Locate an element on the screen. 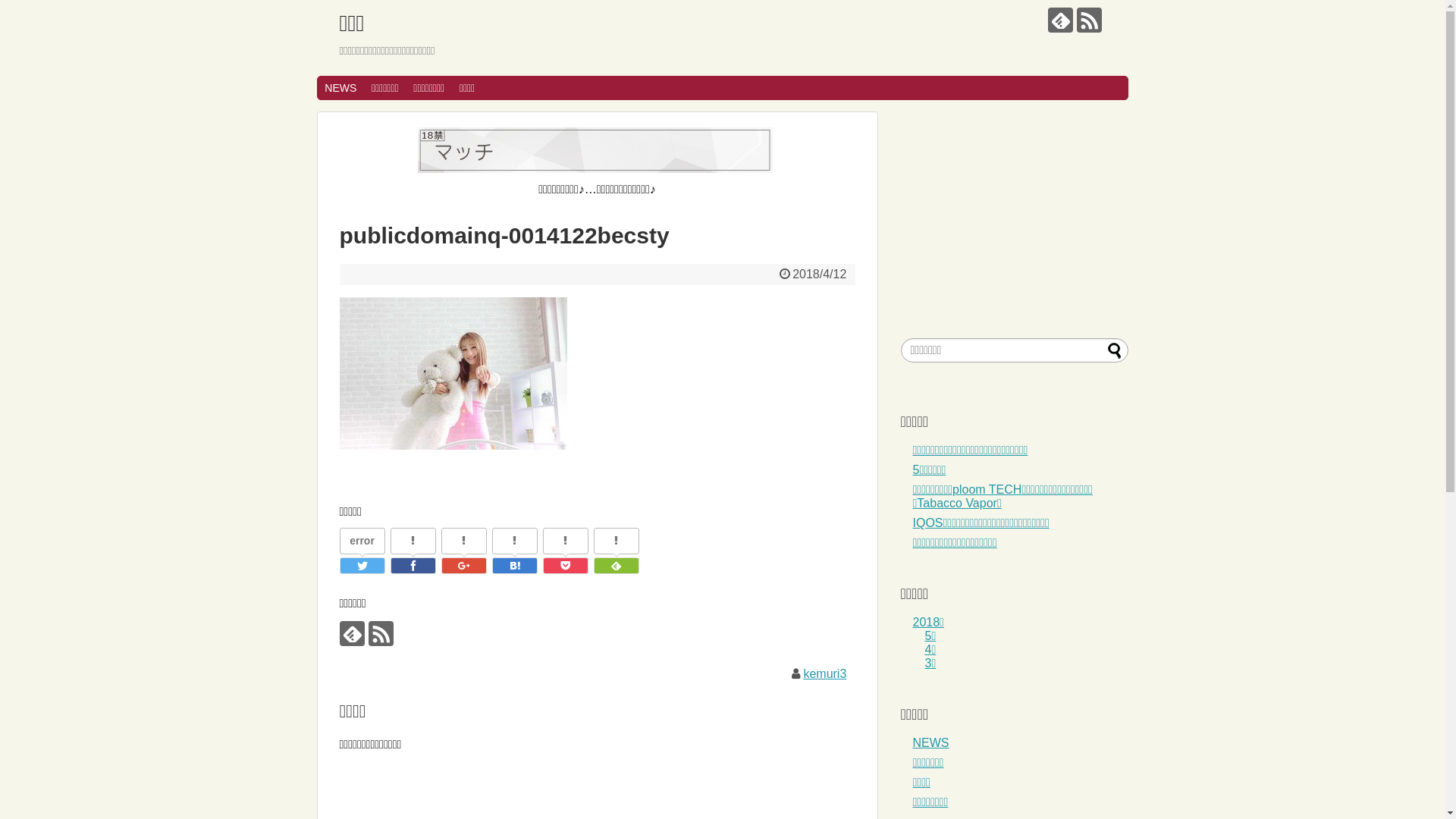 This screenshot has width=1456, height=819. 'kemuri3' is located at coordinates (824, 673).